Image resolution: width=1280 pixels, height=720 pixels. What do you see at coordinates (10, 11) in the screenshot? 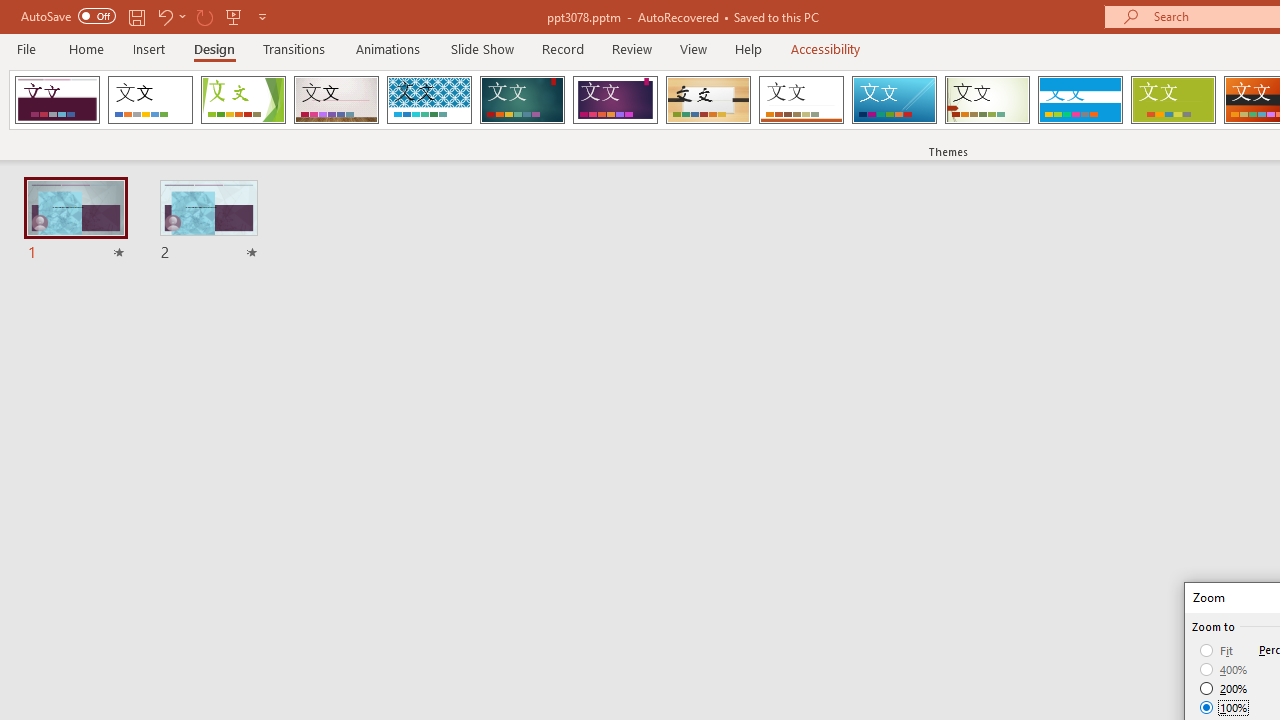
I see `'System'` at bounding box center [10, 11].